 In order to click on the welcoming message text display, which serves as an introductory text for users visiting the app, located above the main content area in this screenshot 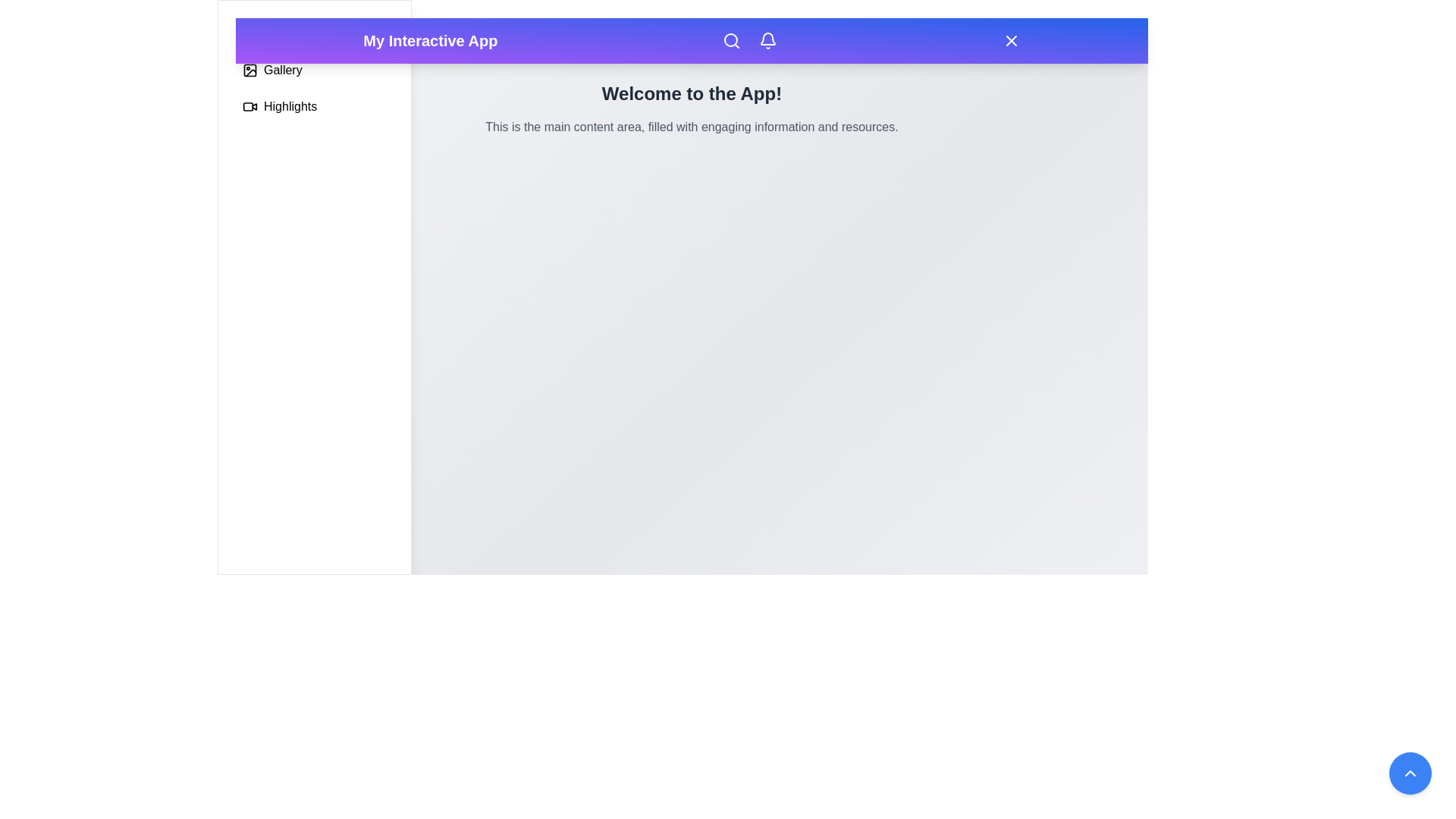, I will do `click(691, 93)`.